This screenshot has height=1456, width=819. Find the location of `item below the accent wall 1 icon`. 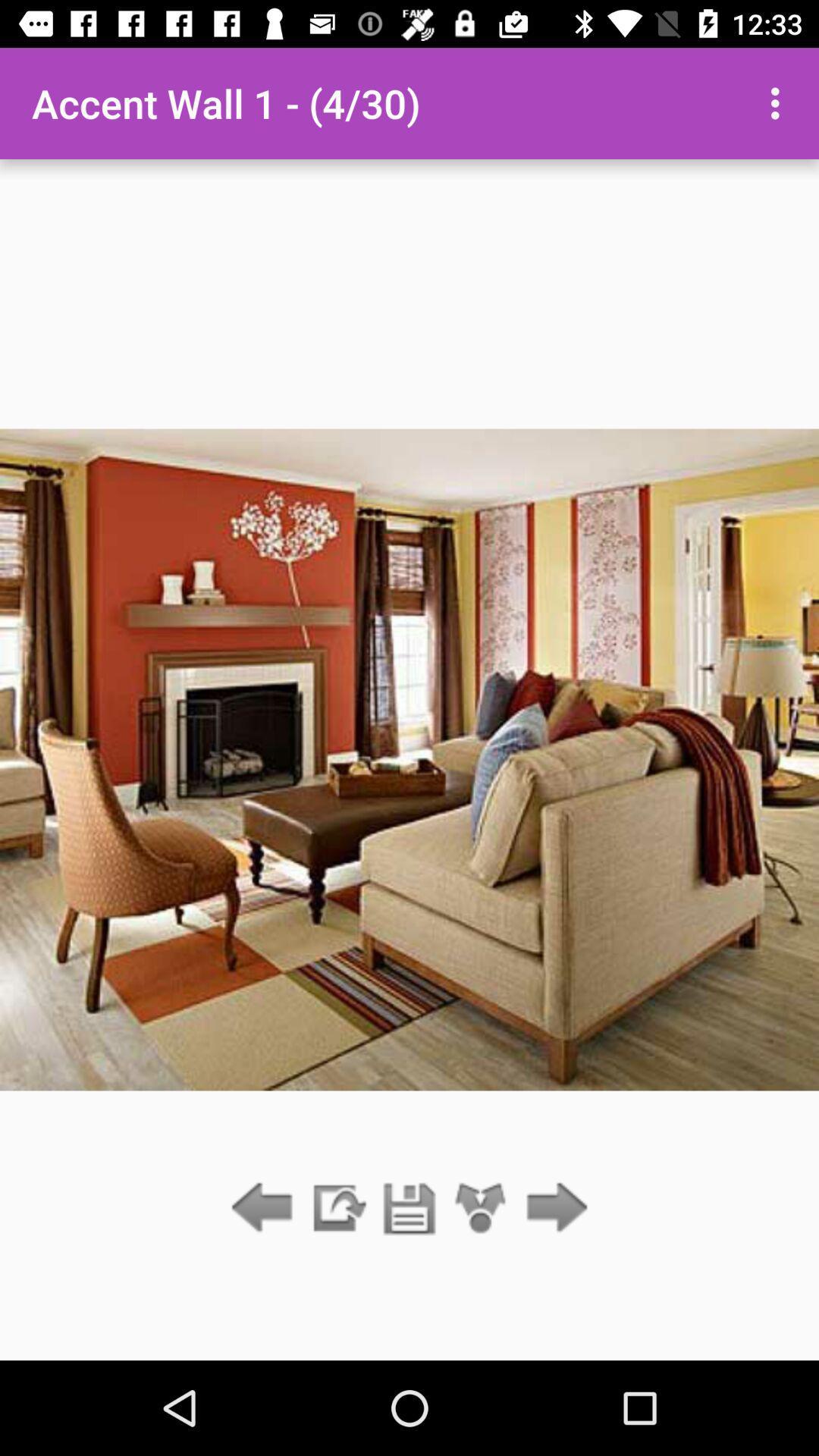

item below the accent wall 1 icon is located at coordinates (337, 1208).